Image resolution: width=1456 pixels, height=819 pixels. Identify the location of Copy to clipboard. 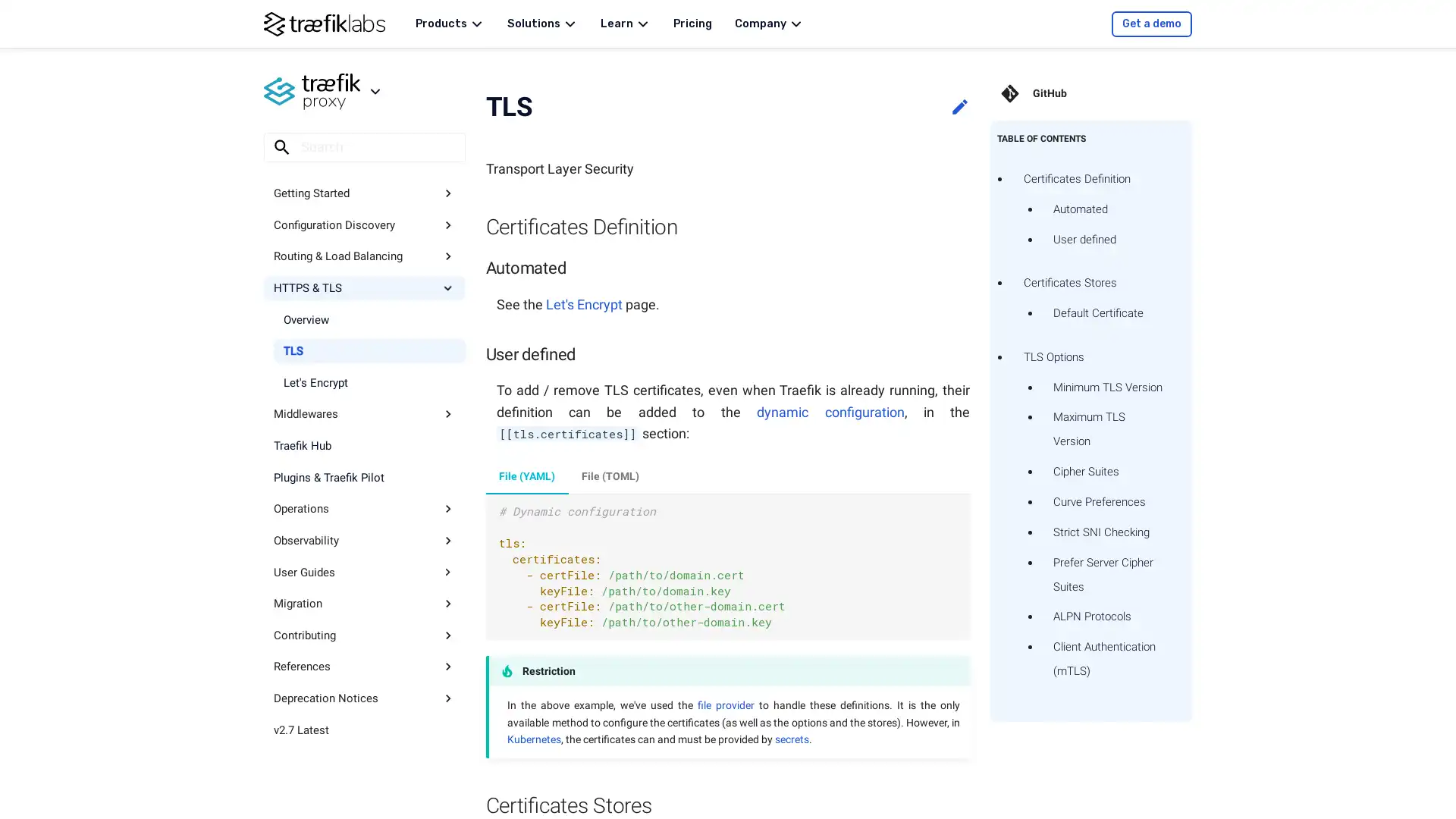
(1438, 16).